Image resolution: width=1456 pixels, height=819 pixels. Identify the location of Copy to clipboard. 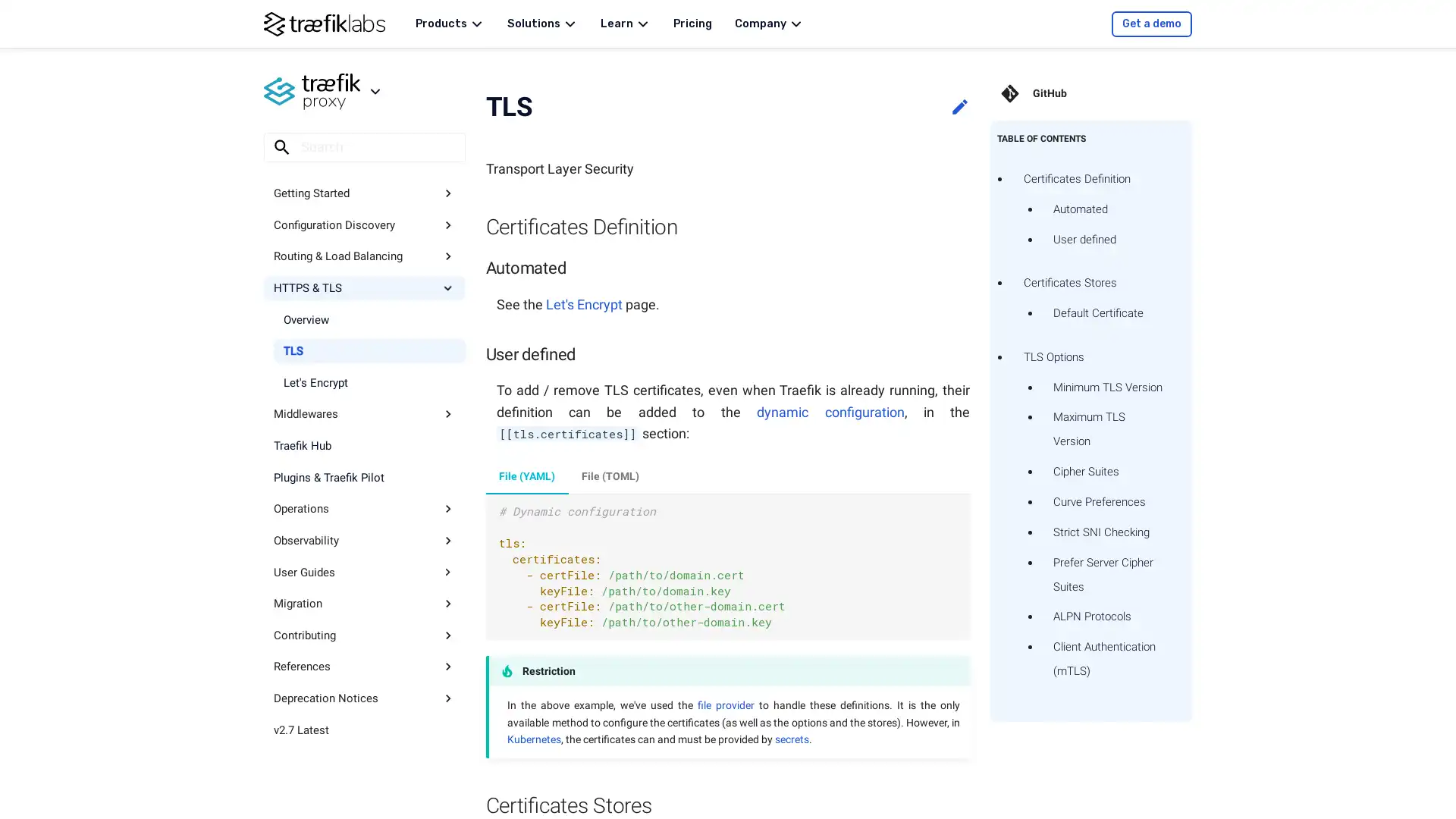
(1438, 16).